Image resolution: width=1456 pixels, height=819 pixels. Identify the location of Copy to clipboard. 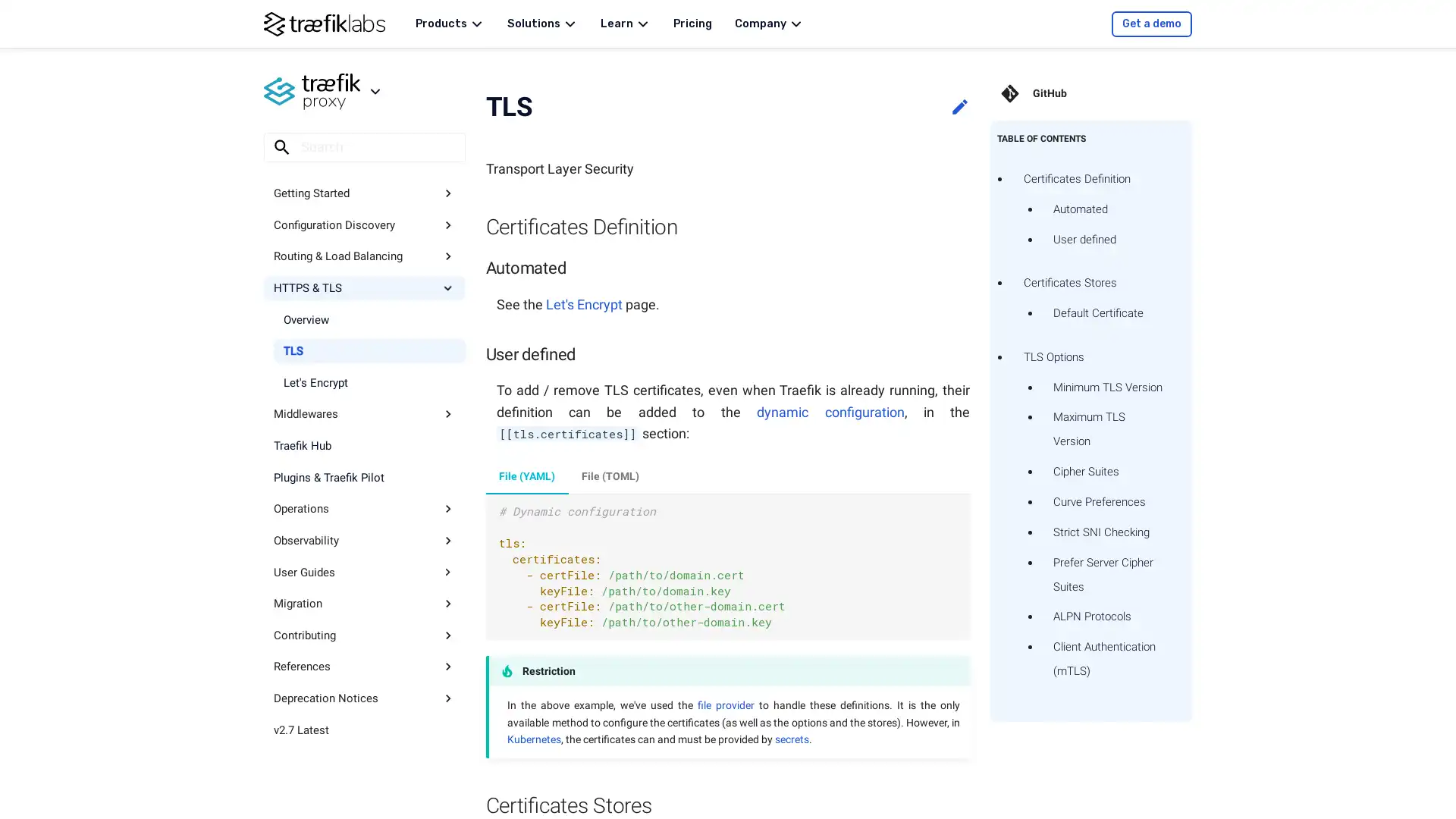
(1438, 16).